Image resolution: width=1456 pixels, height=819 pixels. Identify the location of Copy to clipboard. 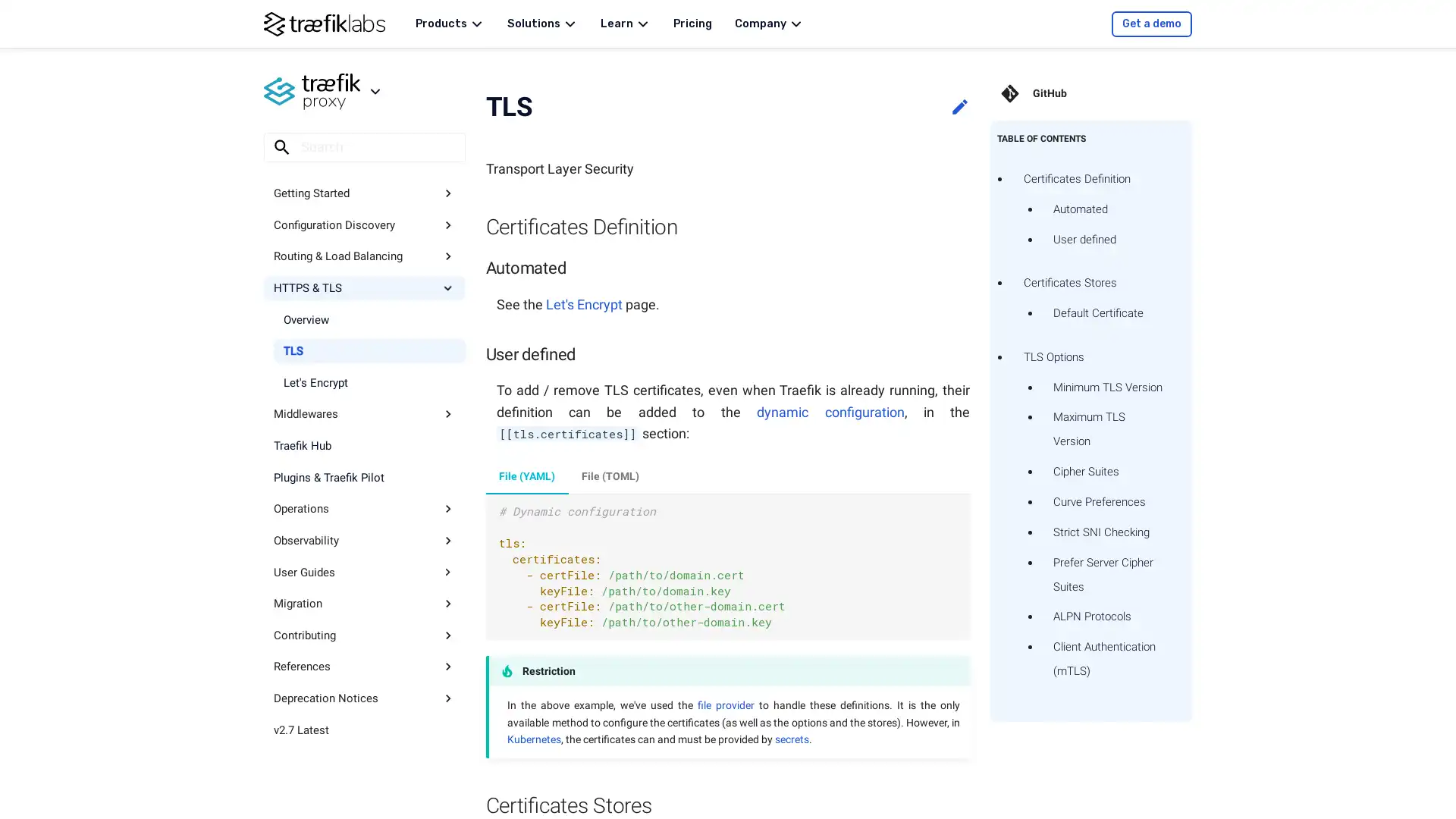
(1438, 16).